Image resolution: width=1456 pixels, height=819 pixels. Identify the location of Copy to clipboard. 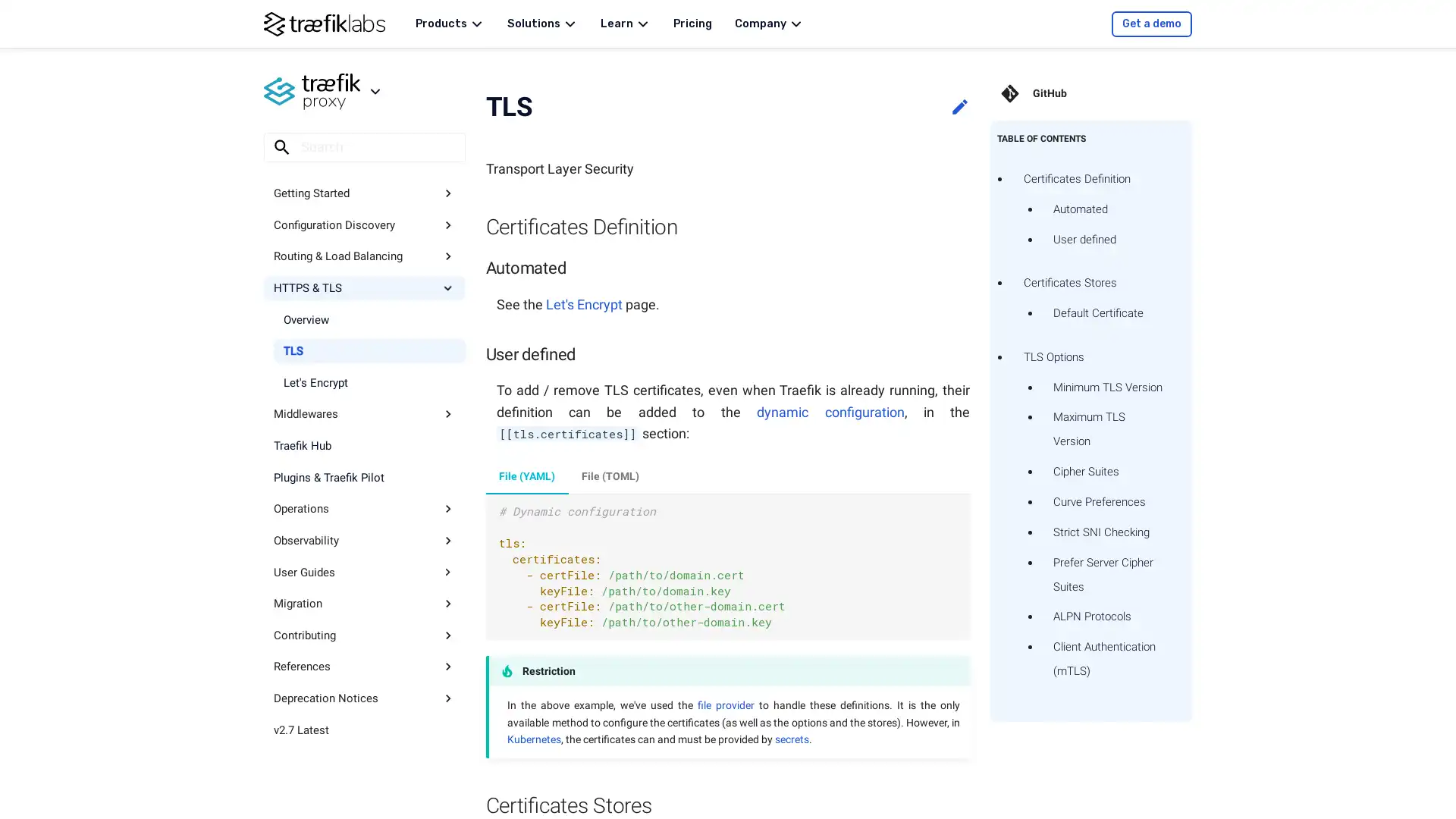
(1438, 16).